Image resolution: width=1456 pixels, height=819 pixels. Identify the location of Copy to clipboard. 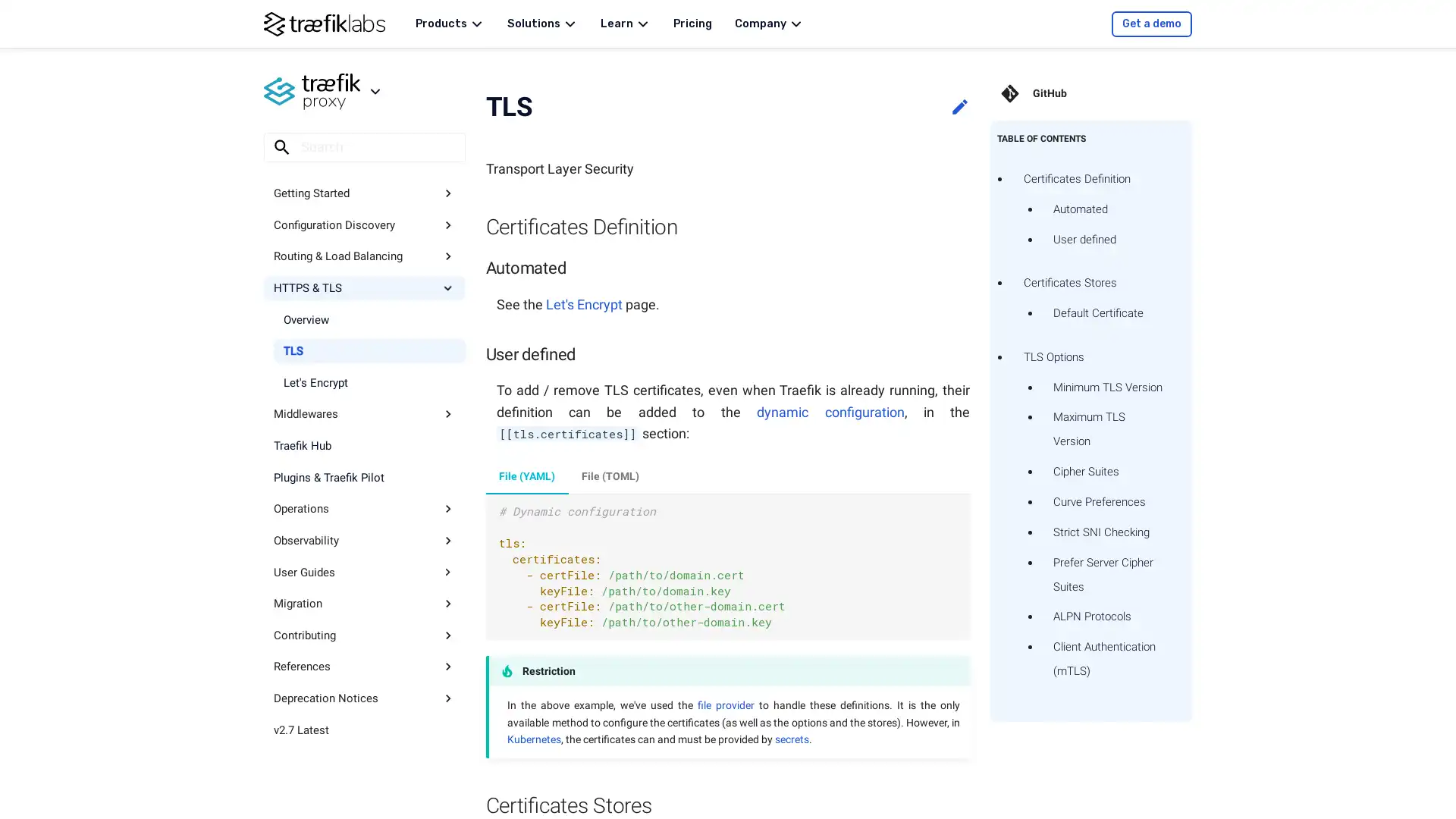
(1438, 16).